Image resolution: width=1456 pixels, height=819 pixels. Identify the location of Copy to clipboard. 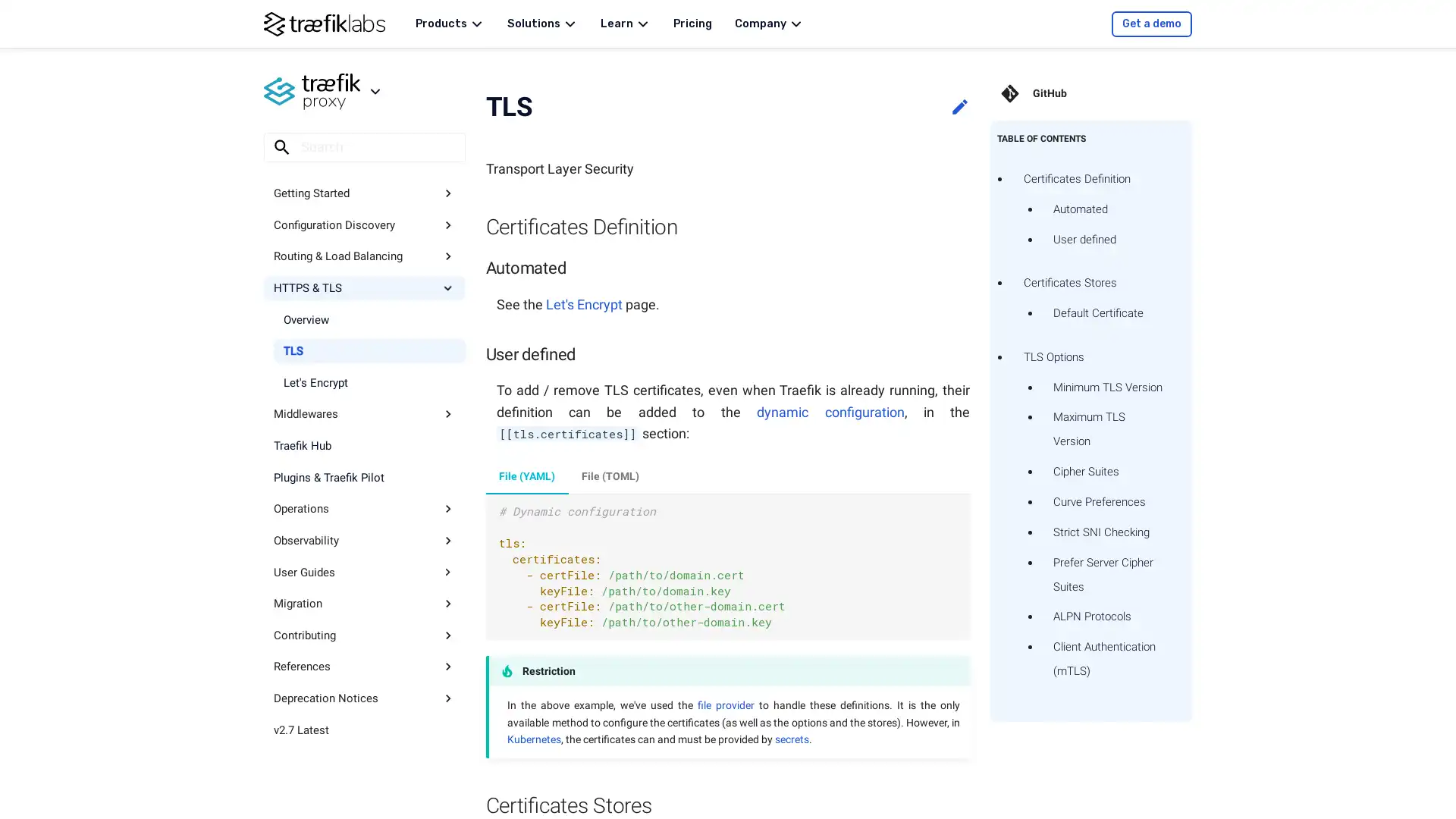
(1438, 16).